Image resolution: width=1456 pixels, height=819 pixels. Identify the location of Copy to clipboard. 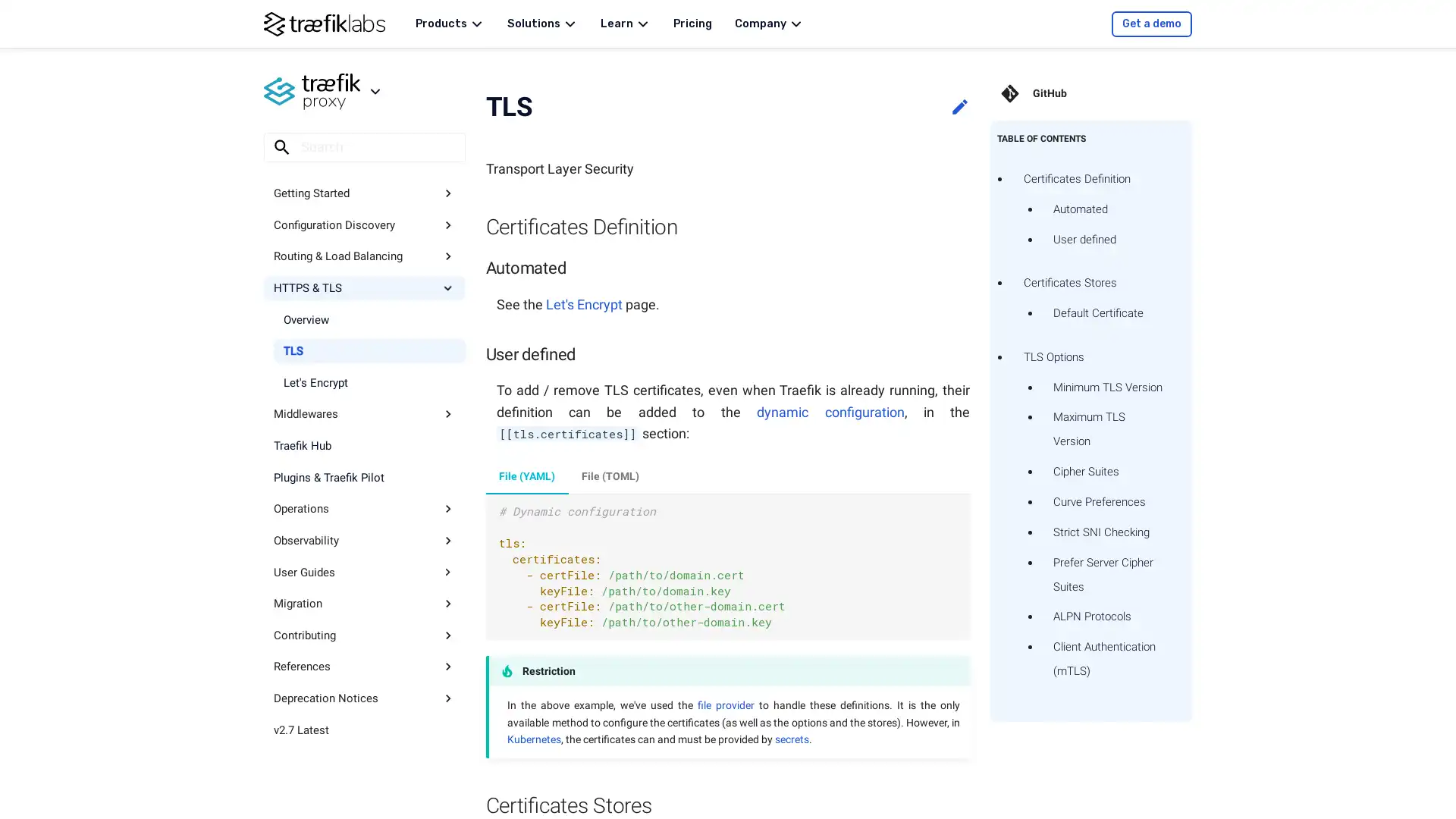
(1438, 16).